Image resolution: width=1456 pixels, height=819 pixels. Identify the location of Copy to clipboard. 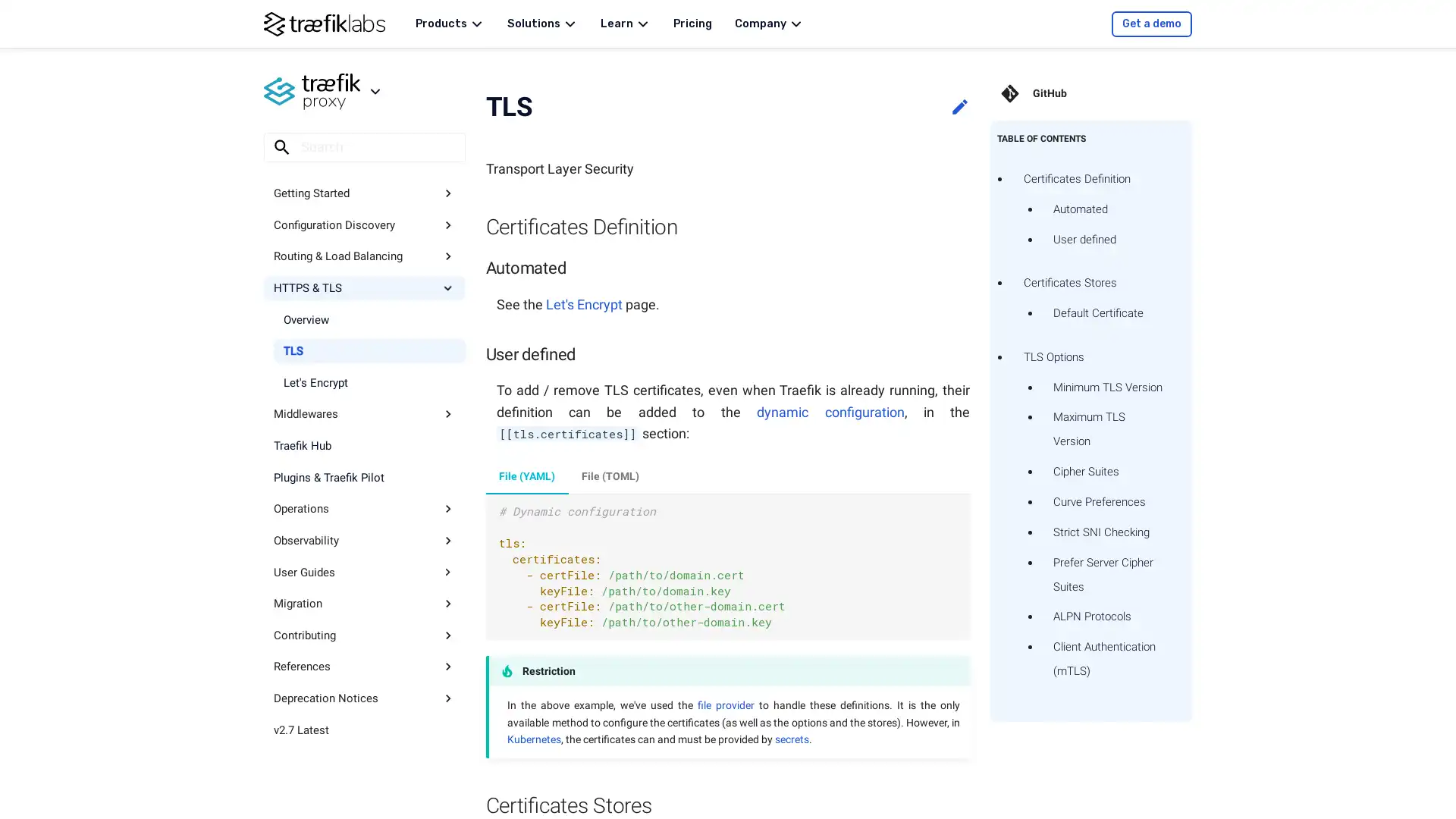
(1438, 16).